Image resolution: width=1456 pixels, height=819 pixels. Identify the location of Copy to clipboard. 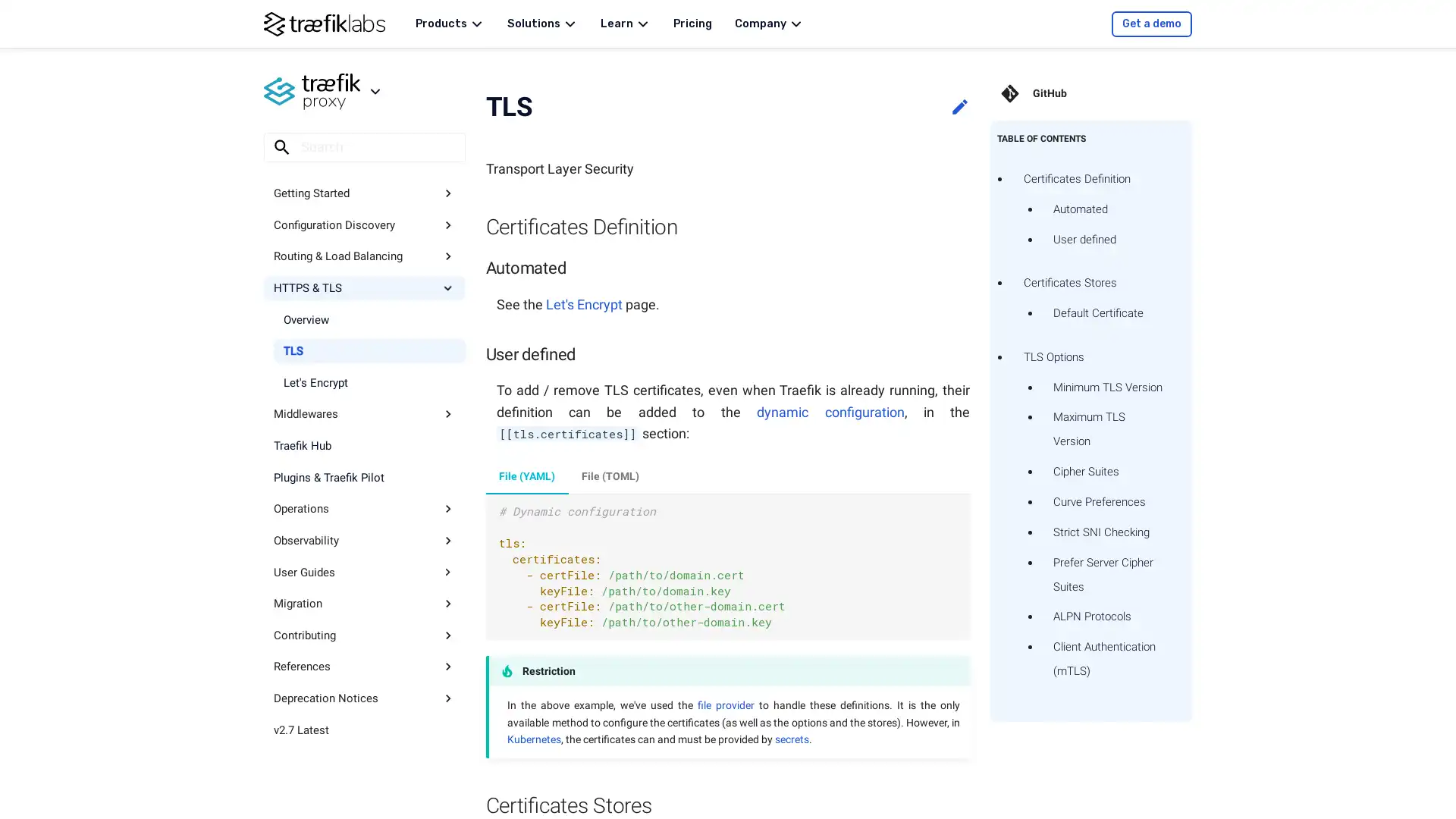
(1438, 16).